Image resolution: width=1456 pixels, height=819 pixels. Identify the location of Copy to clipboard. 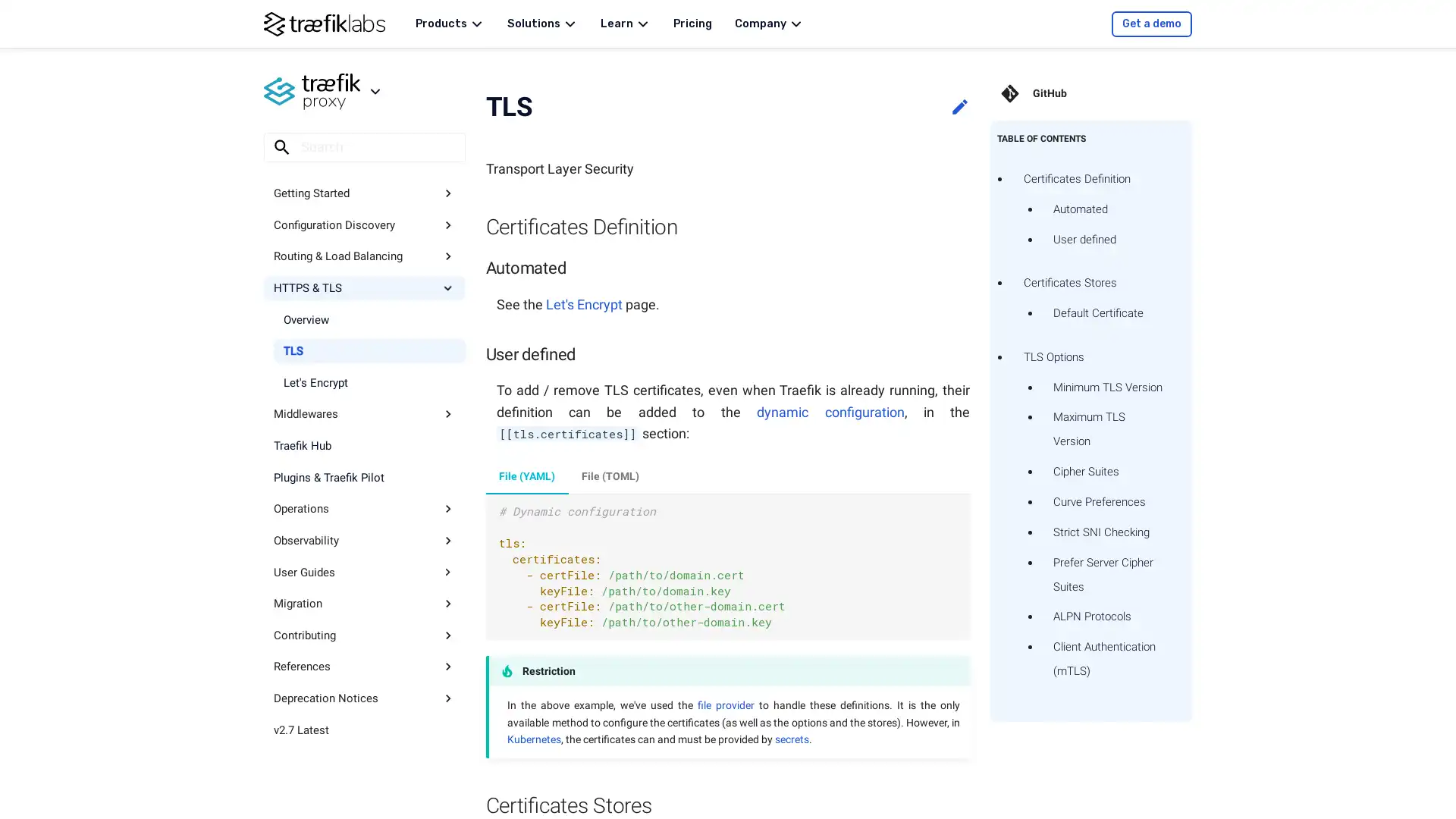
(1438, 16).